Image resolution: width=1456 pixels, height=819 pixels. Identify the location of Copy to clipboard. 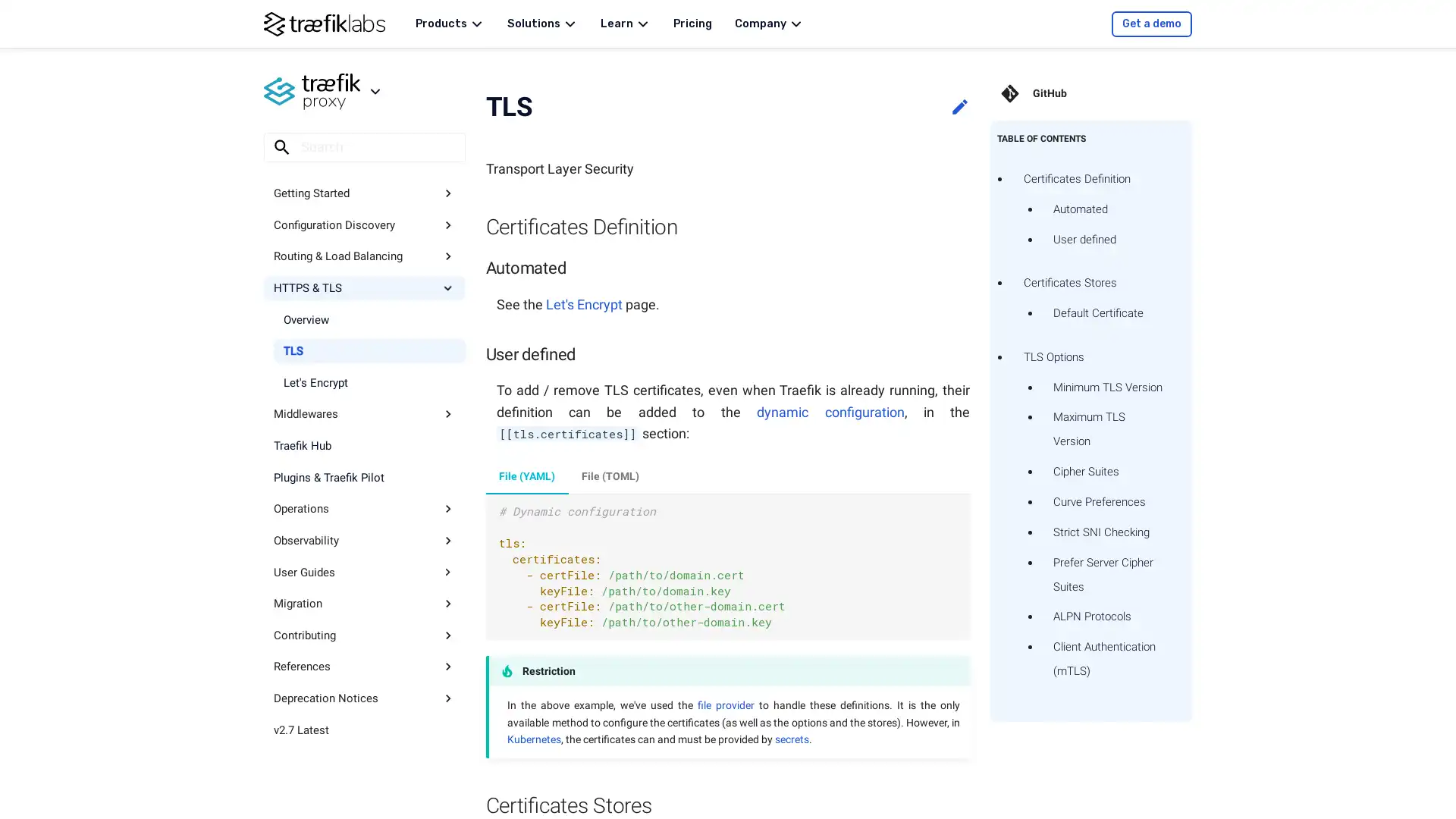
(1438, 16).